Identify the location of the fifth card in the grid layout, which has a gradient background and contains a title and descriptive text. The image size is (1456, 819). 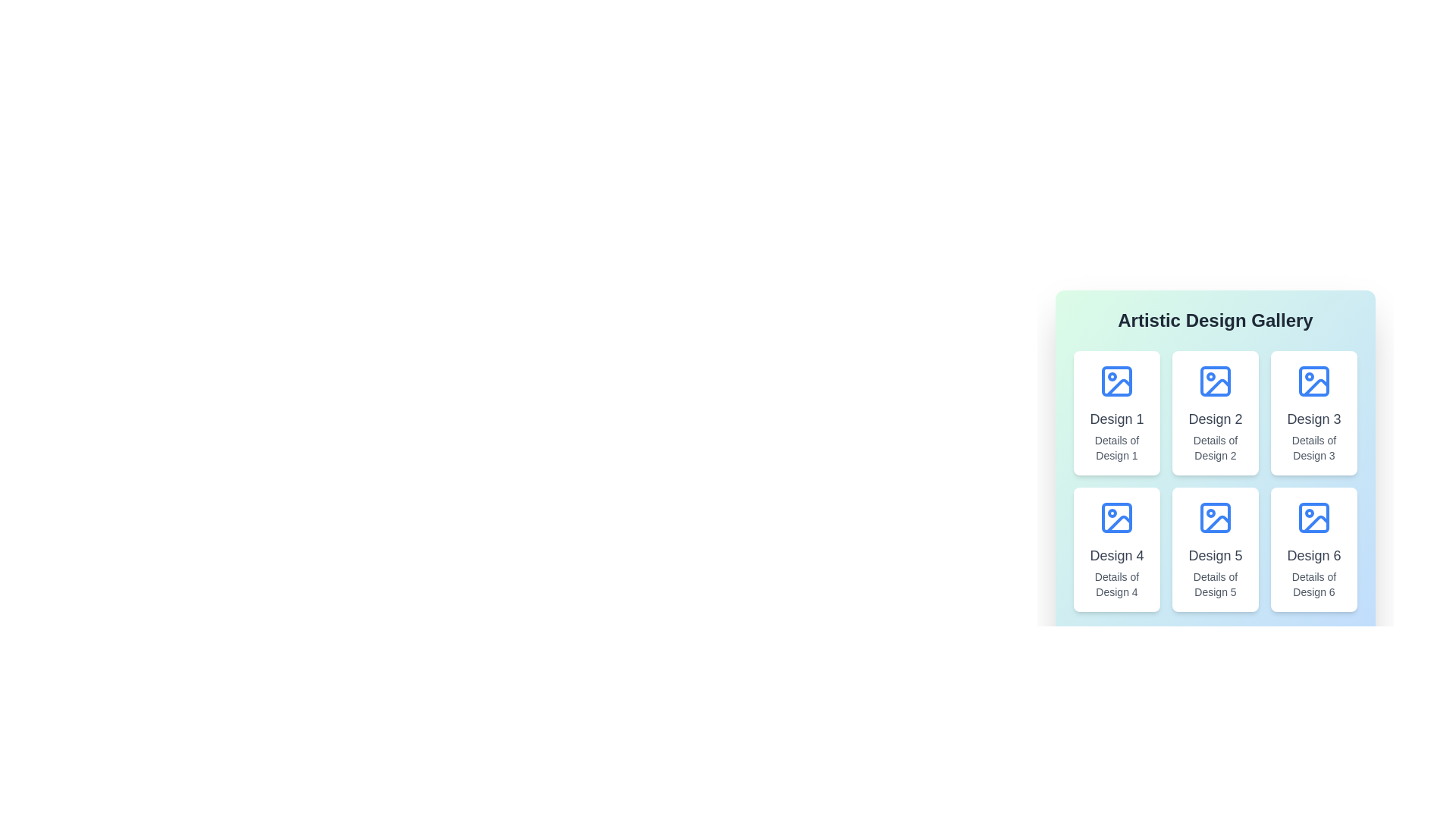
(1216, 485).